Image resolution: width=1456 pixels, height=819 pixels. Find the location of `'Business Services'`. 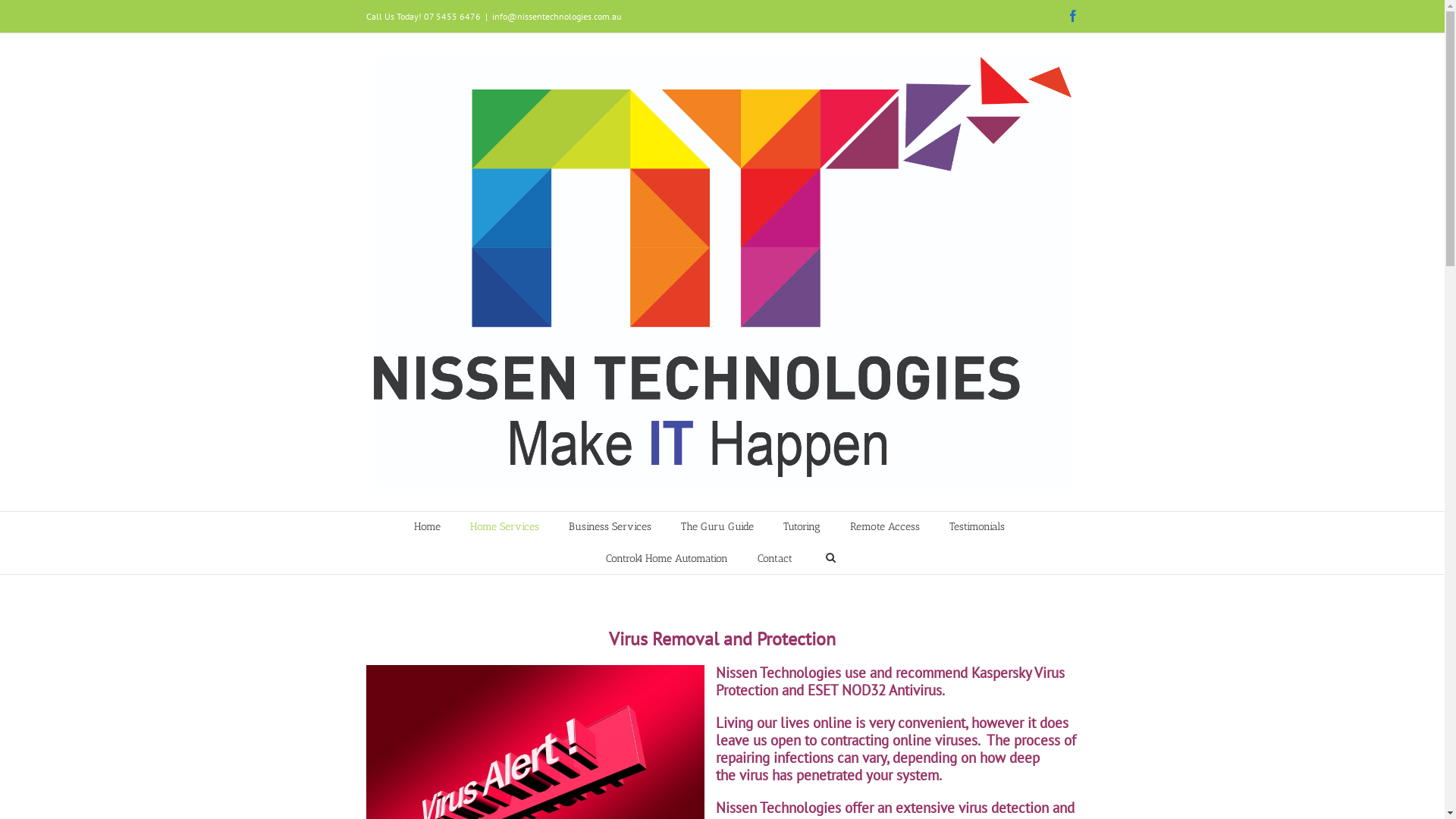

'Business Services' is located at coordinates (567, 526).